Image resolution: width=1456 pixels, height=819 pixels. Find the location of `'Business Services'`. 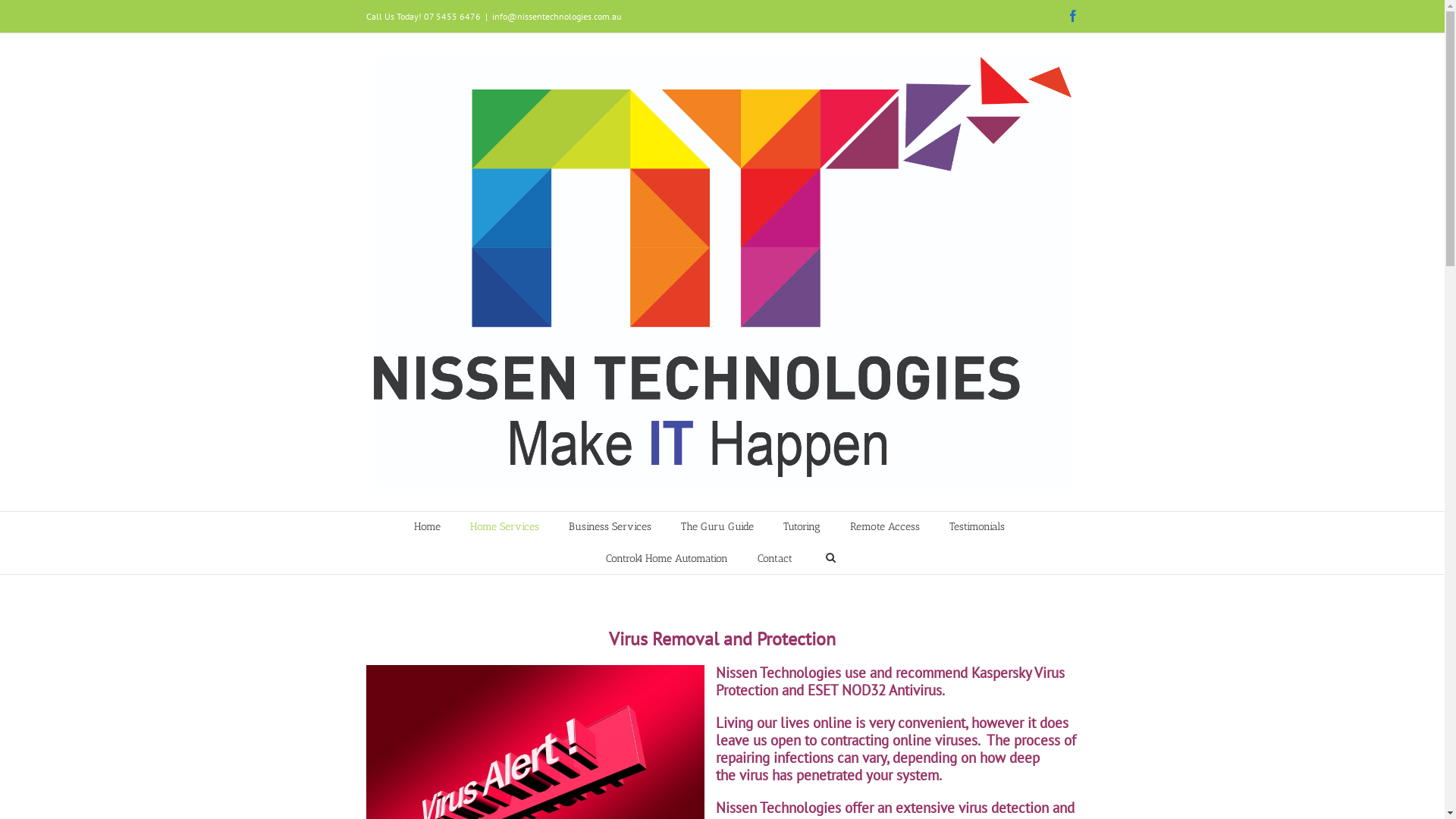

'Business Services' is located at coordinates (567, 526).